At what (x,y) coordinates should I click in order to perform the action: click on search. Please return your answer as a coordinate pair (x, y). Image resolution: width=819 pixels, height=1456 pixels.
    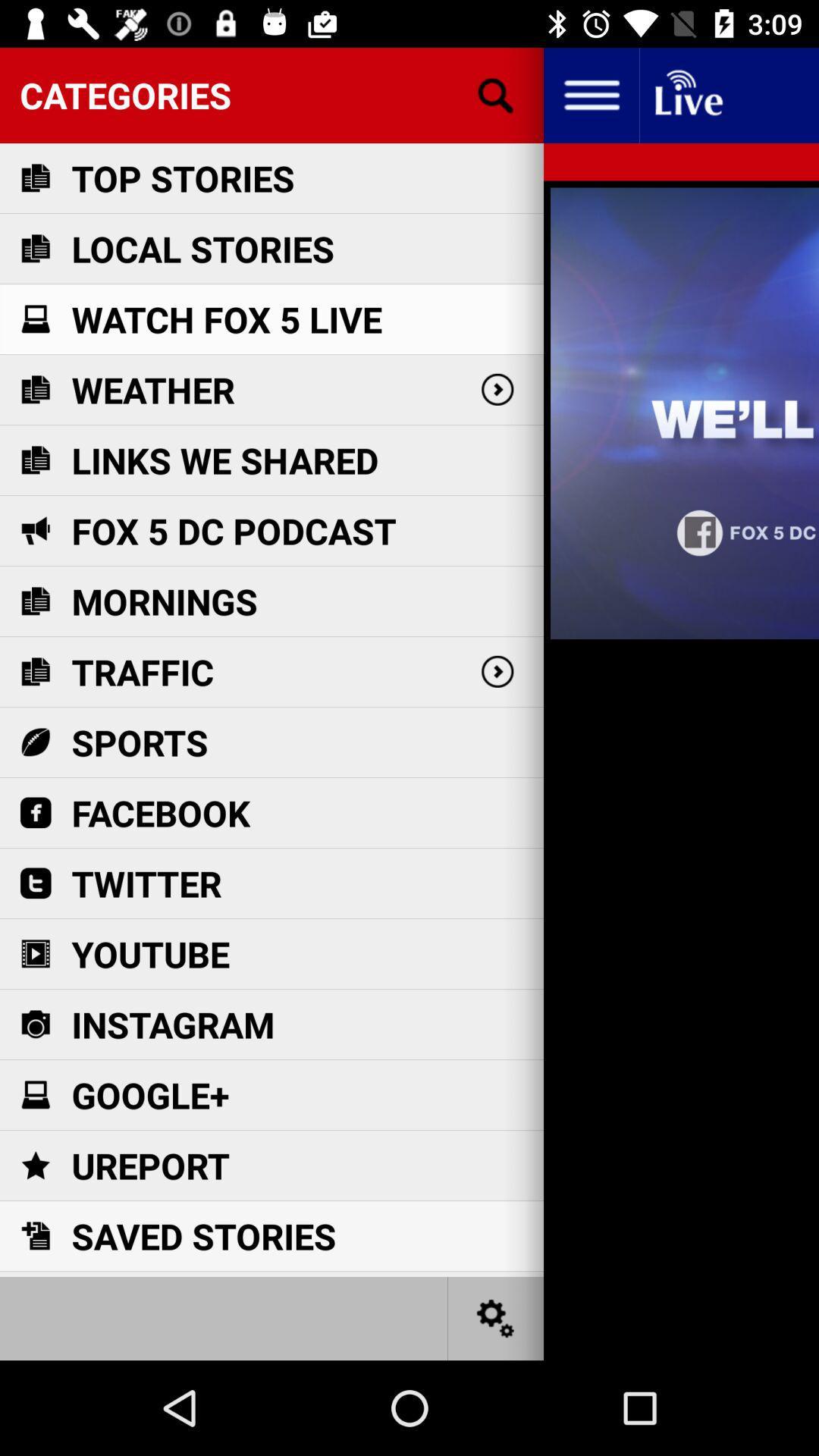
    Looking at the image, I should click on (496, 94).